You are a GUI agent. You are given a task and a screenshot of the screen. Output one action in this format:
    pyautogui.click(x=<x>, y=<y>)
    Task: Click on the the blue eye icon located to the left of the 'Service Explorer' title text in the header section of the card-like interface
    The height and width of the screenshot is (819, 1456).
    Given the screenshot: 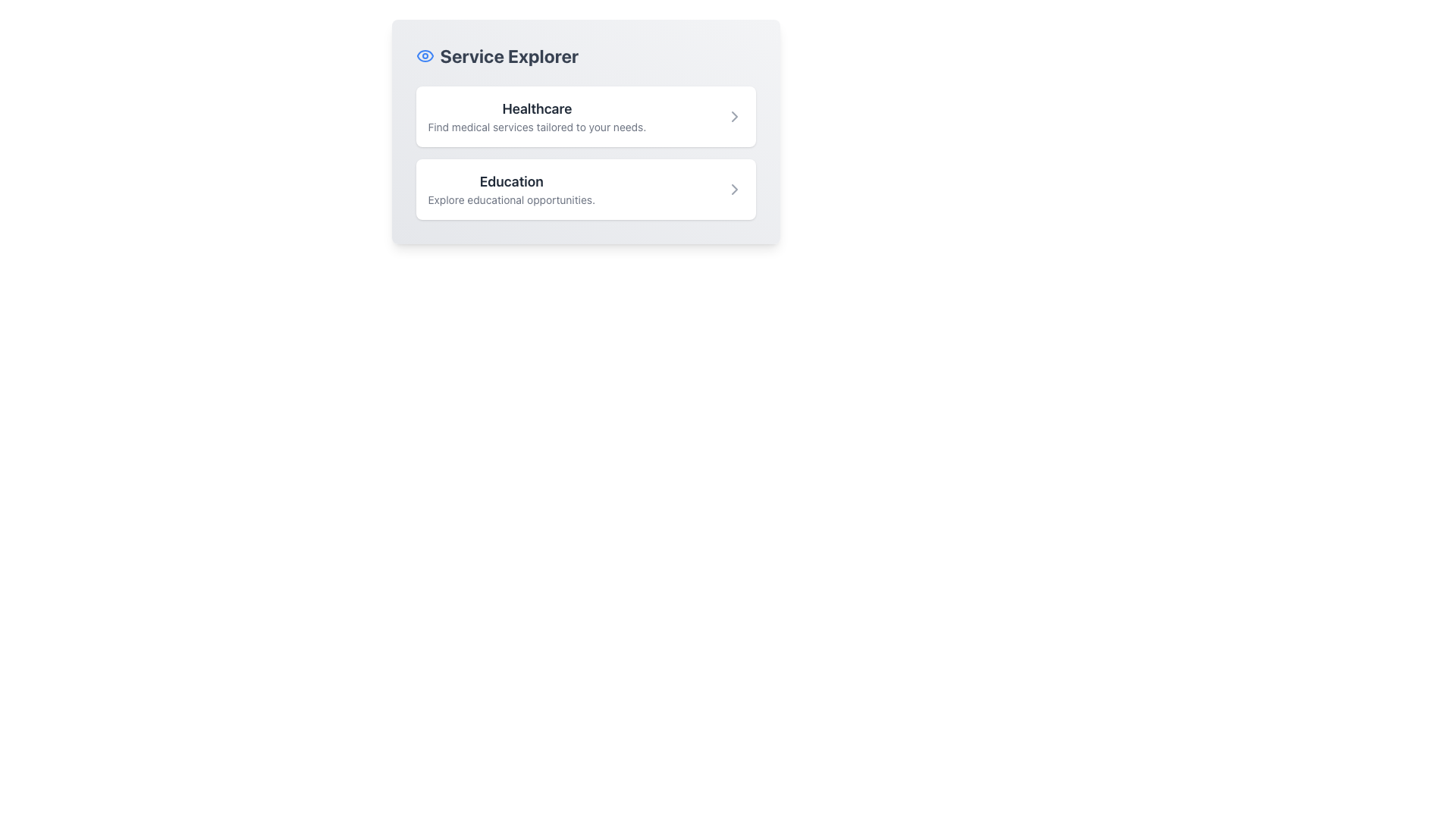 What is the action you would take?
    pyautogui.click(x=425, y=55)
    